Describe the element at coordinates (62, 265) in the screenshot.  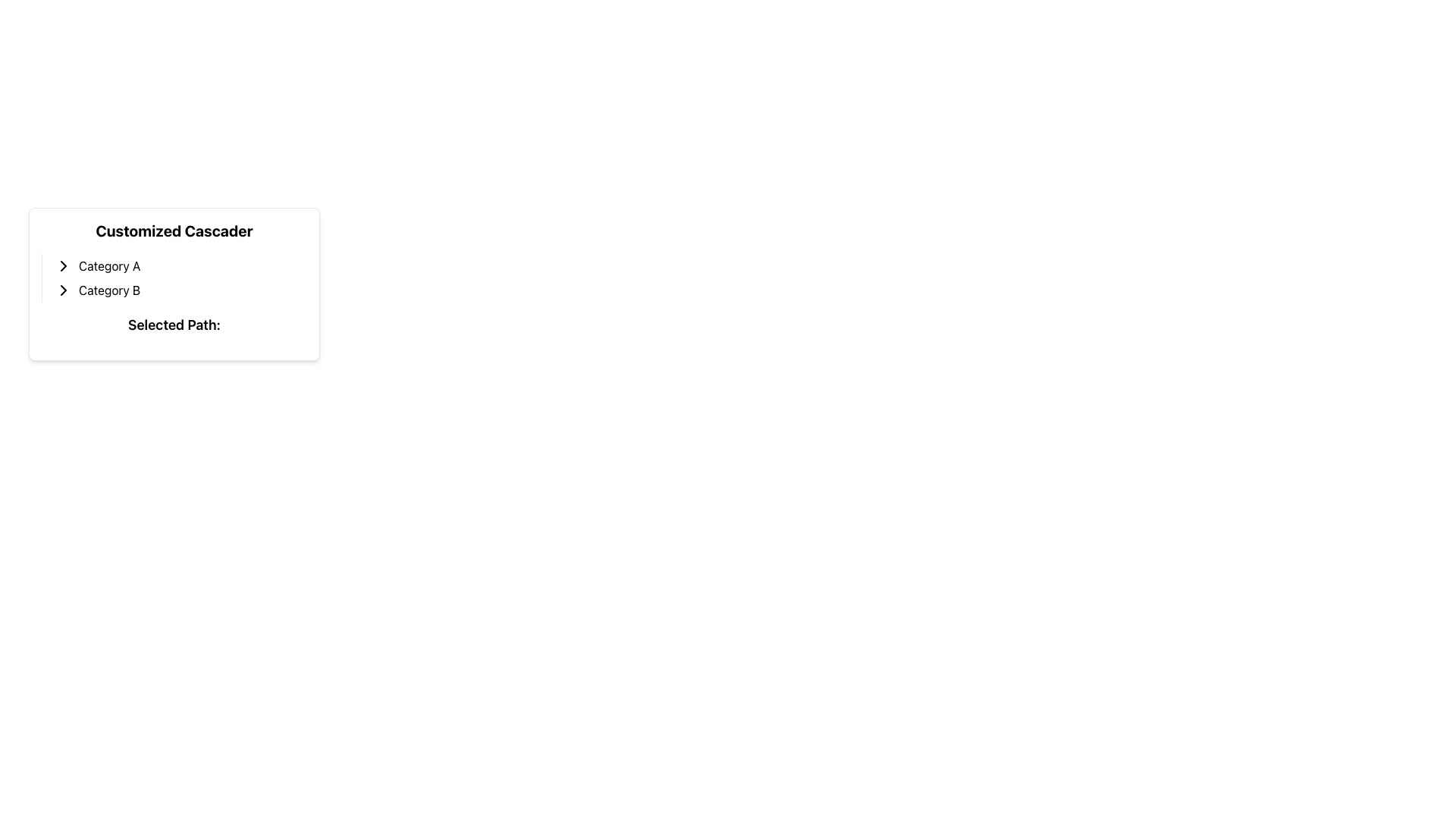
I see `the rightward Chevron icon located above the 'Category A' label in the 'Customized Cascader' section` at that location.